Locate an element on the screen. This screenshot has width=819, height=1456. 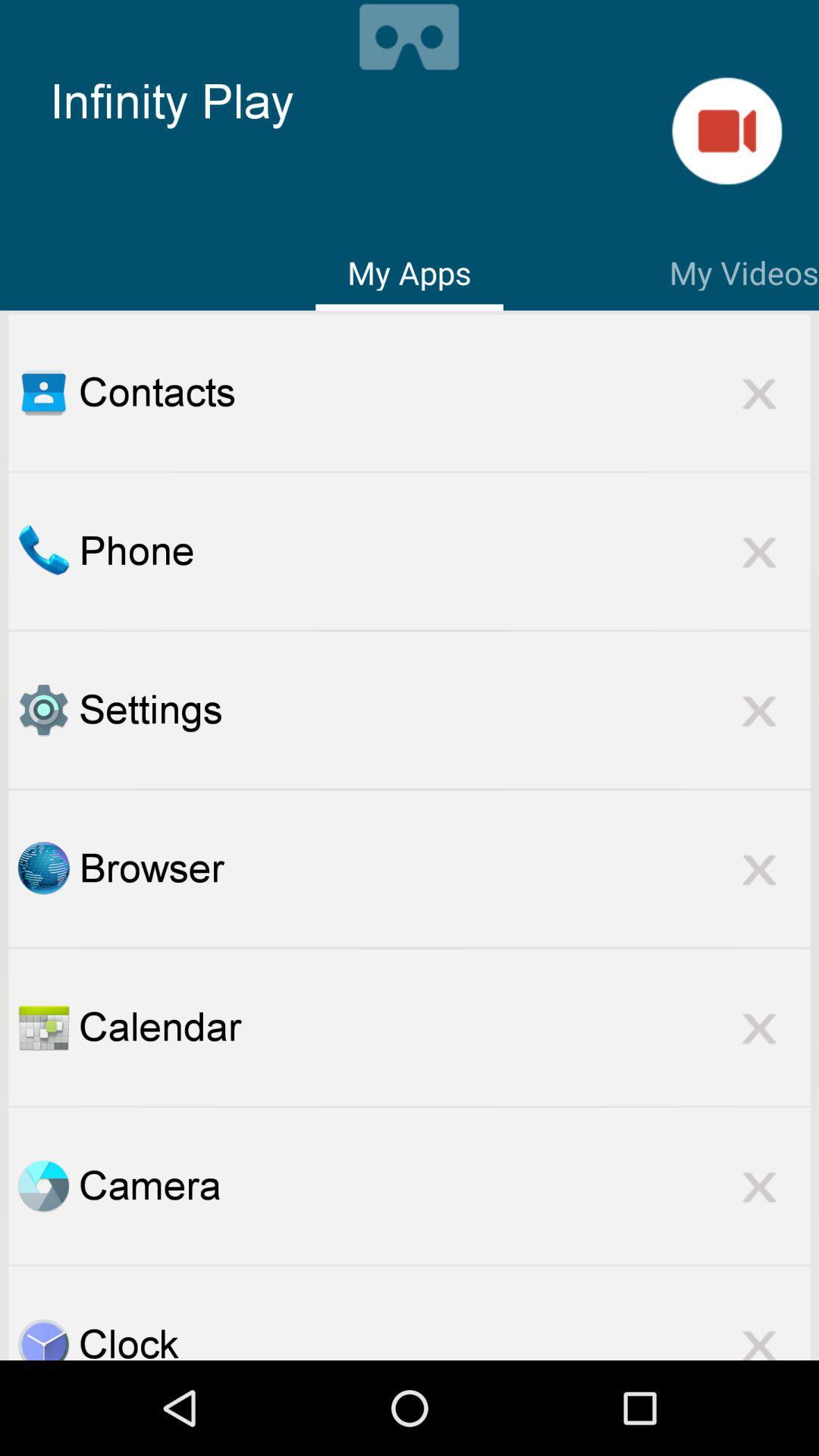
the settings item is located at coordinates (444, 709).